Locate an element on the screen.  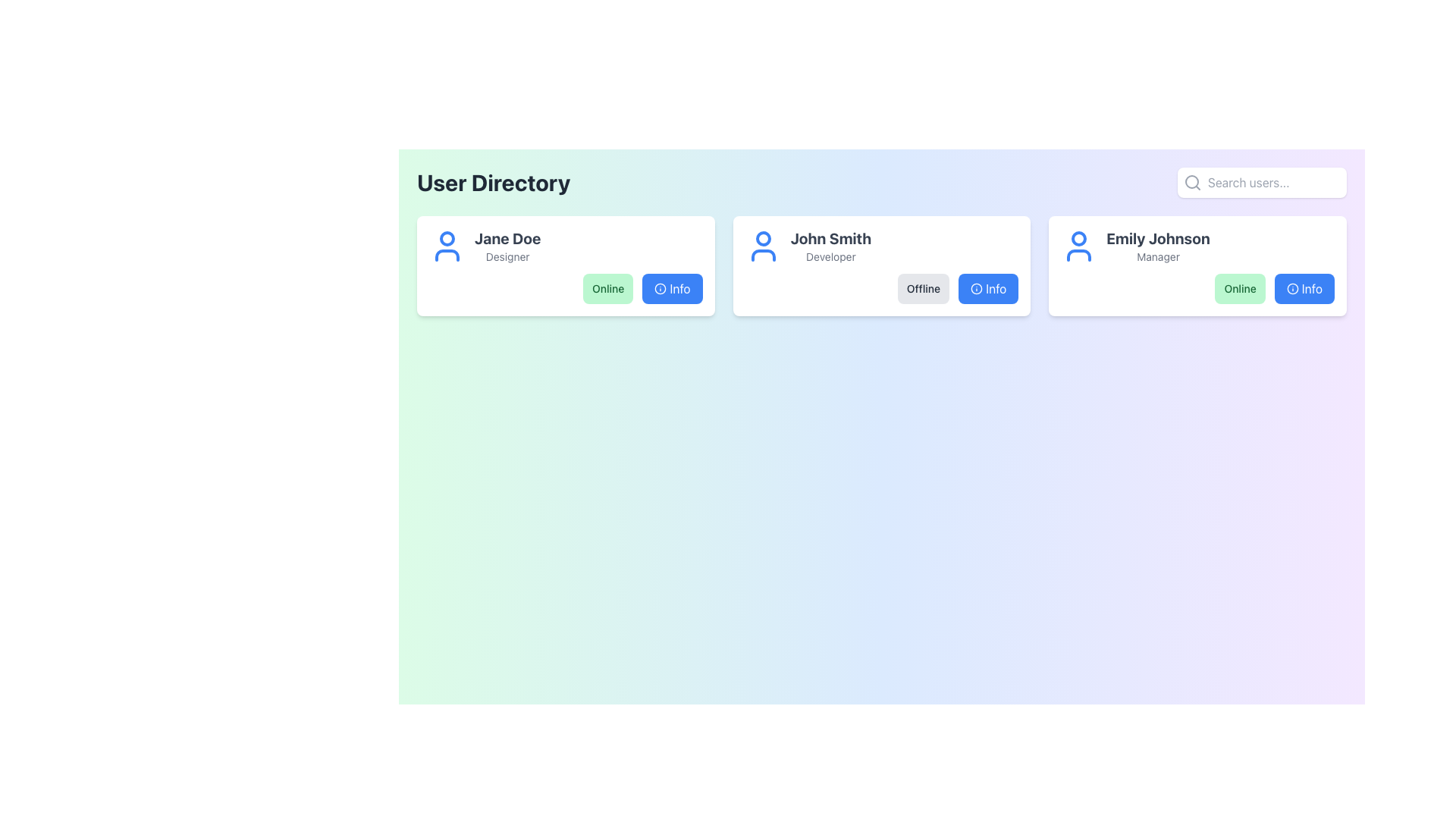
the information icon located within the blue 'Info' button on Emily Johnson's user card is located at coordinates (1291, 289).